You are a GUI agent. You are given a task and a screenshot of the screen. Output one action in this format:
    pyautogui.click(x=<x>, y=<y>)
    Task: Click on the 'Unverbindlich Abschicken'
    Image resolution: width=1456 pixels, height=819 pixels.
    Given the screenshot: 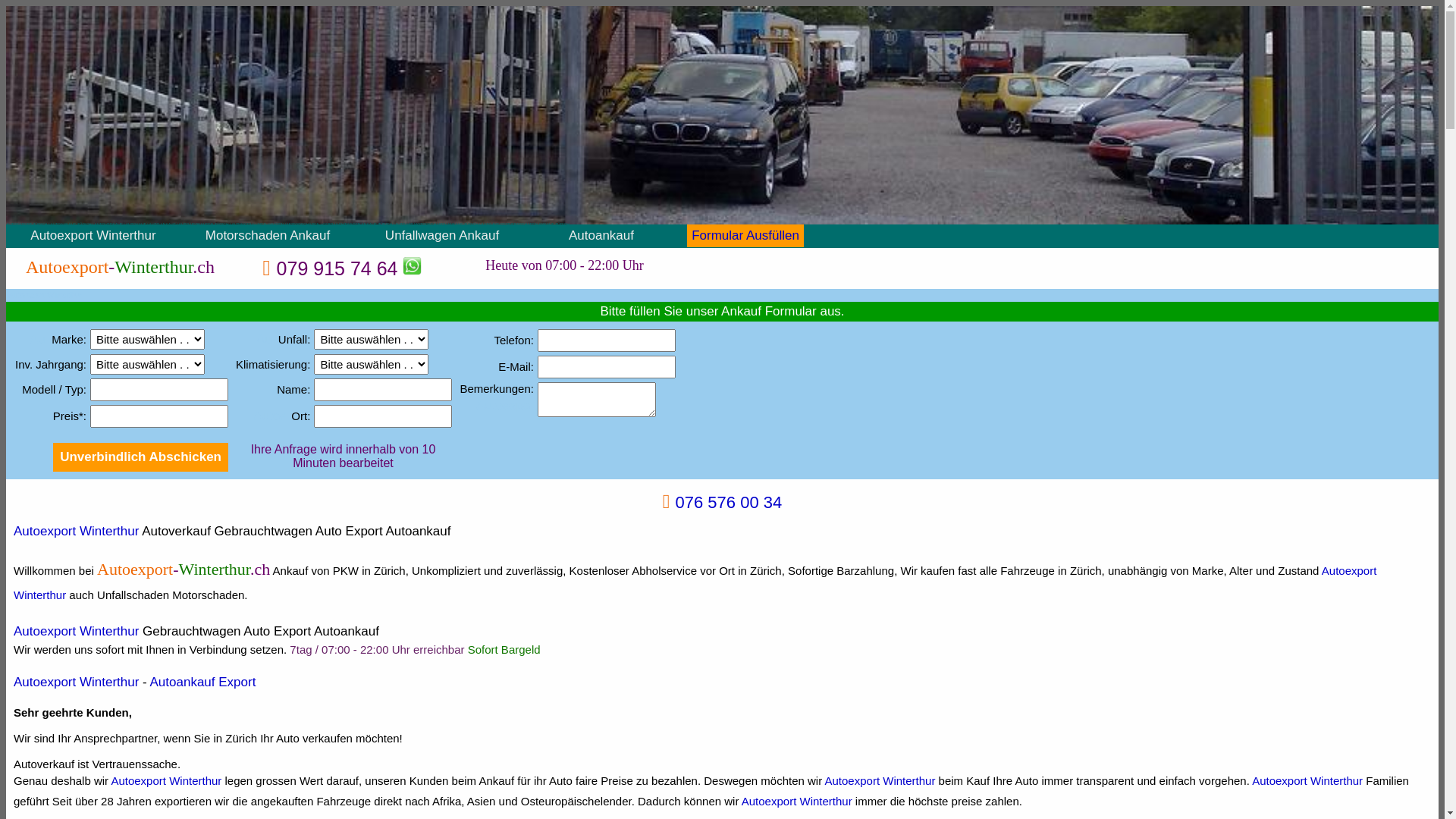 What is the action you would take?
    pyautogui.click(x=53, y=456)
    